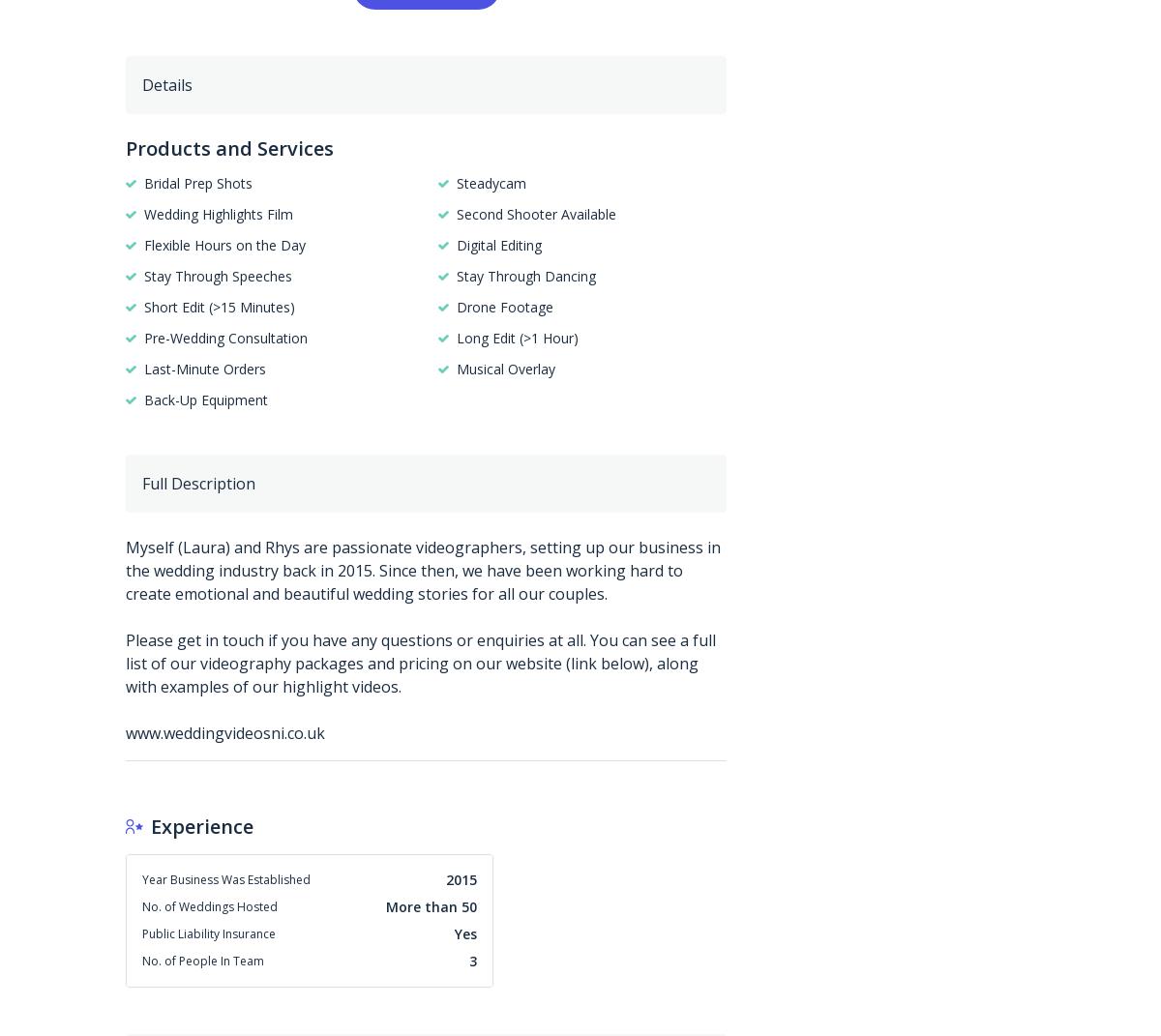 The width and height of the screenshot is (1161, 1036). What do you see at coordinates (205, 399) in the screenshot?
I see `'Back-Up Equipment'` at bounding box center [205, 399].